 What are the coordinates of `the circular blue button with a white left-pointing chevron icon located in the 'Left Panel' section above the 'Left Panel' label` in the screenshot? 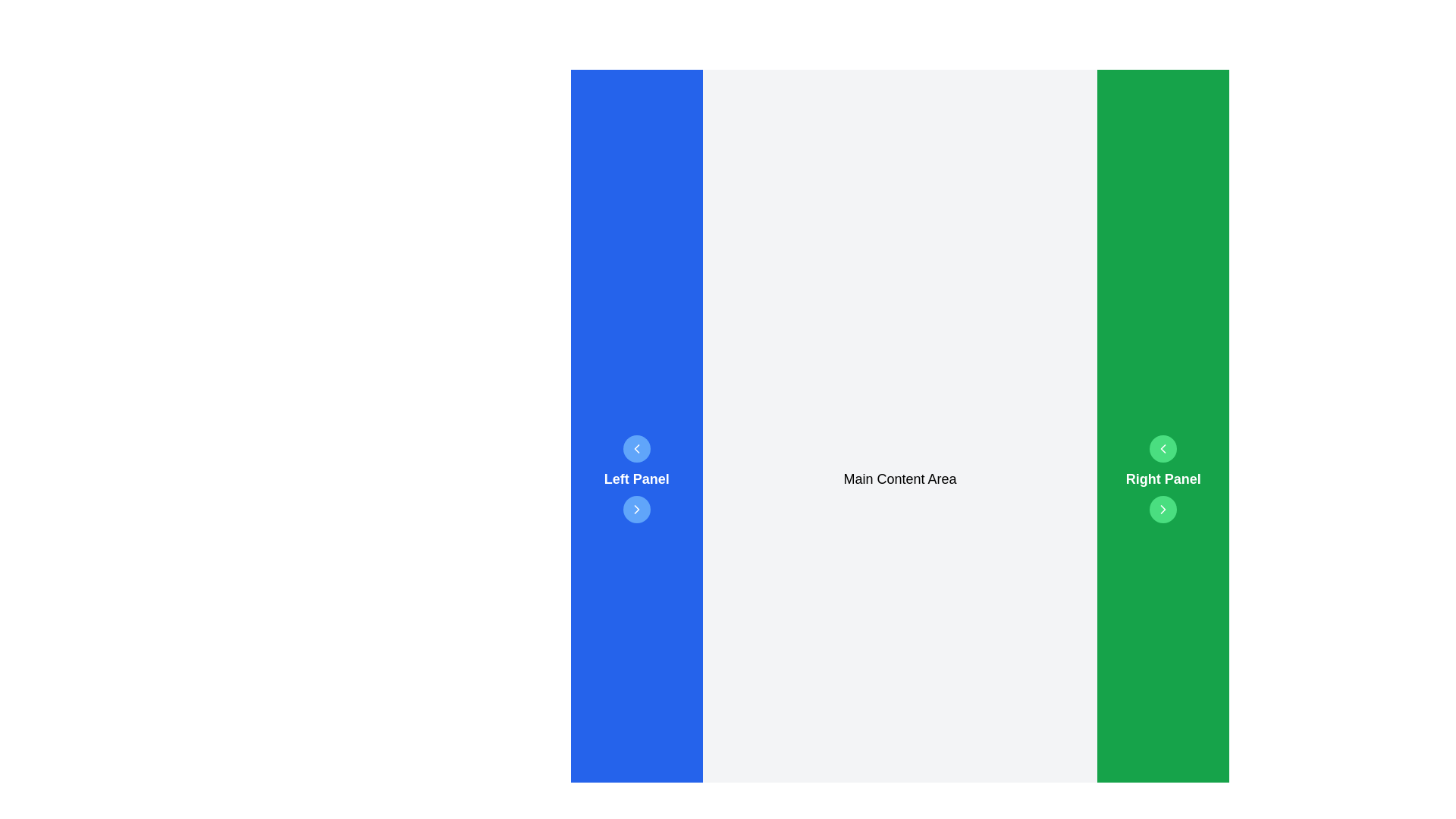 It's located at (636, 447).